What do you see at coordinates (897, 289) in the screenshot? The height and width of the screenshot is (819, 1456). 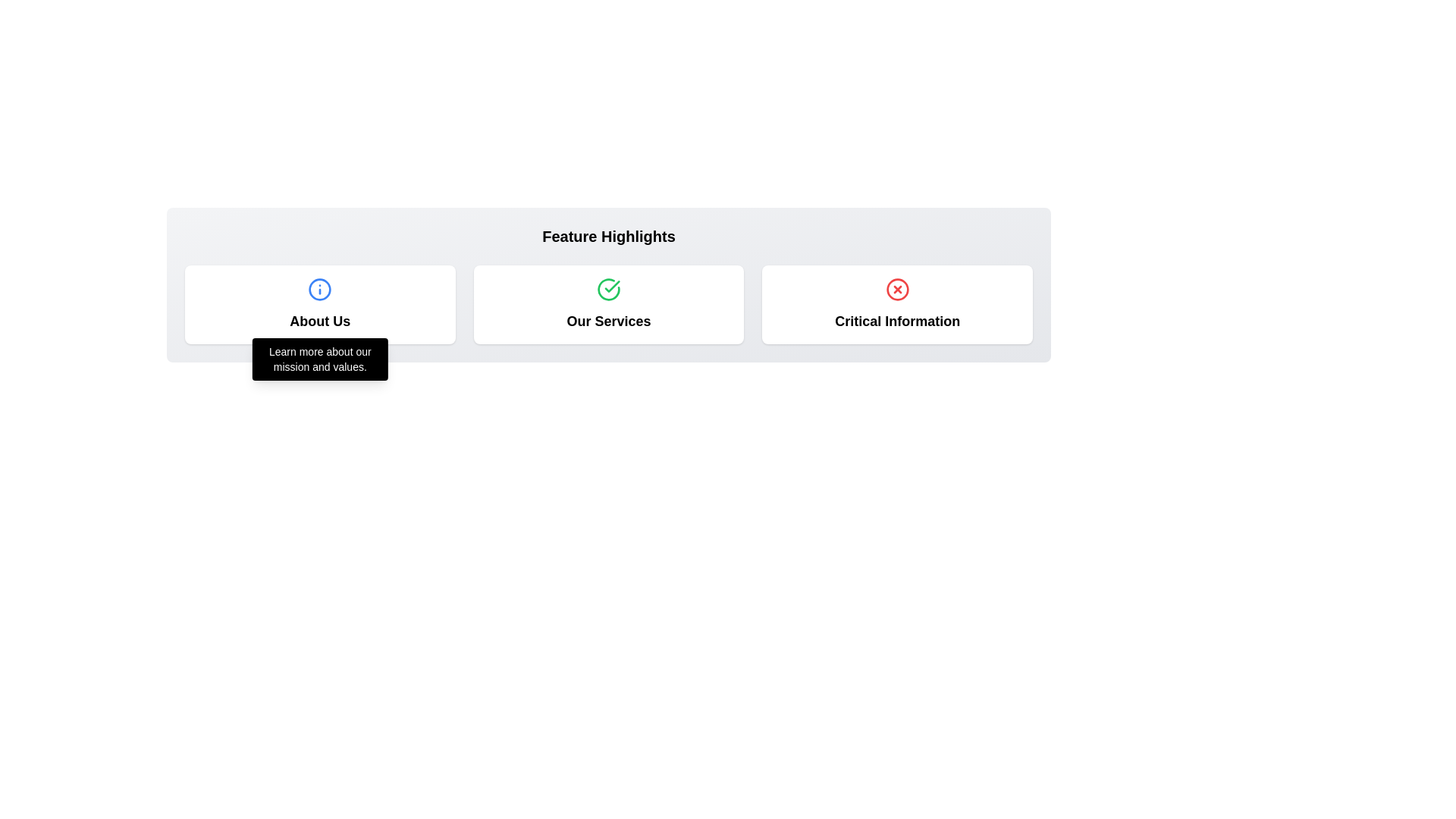 I see `the critical alert icon, which is a red cross symbol located near the 'Critical Information' label in the top-right area of the interface` at bounding box center [897, 289].